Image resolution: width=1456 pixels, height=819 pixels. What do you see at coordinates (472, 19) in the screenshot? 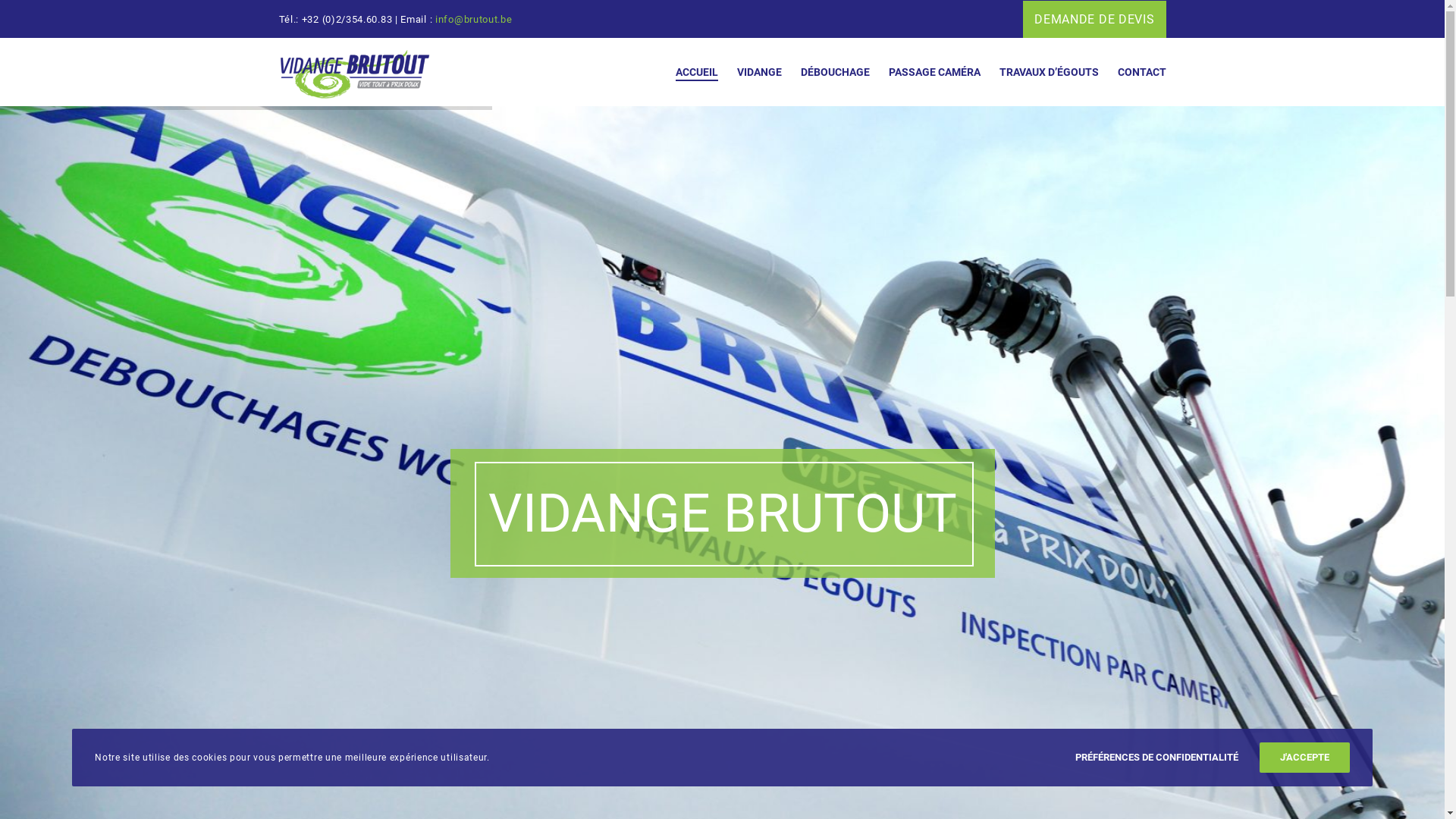
I see `'info@brutout.be'` at bounding box center [472, 19].